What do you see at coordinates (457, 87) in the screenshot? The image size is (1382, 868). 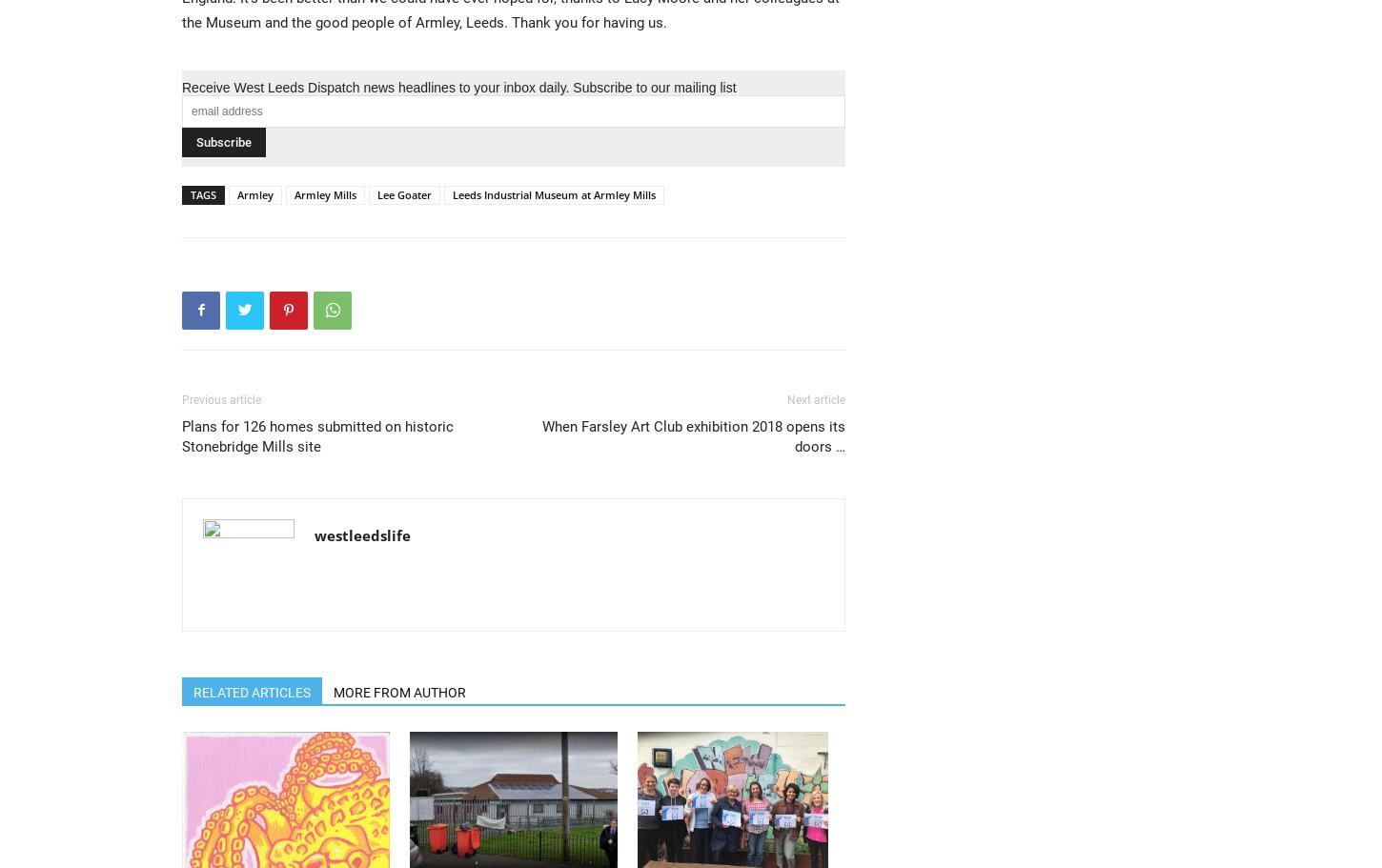 I see `'Receive West Leeds Dispatch news headlines to your inbox daily. Subscribe to our mailing list'` at bounding box center [457, 87].